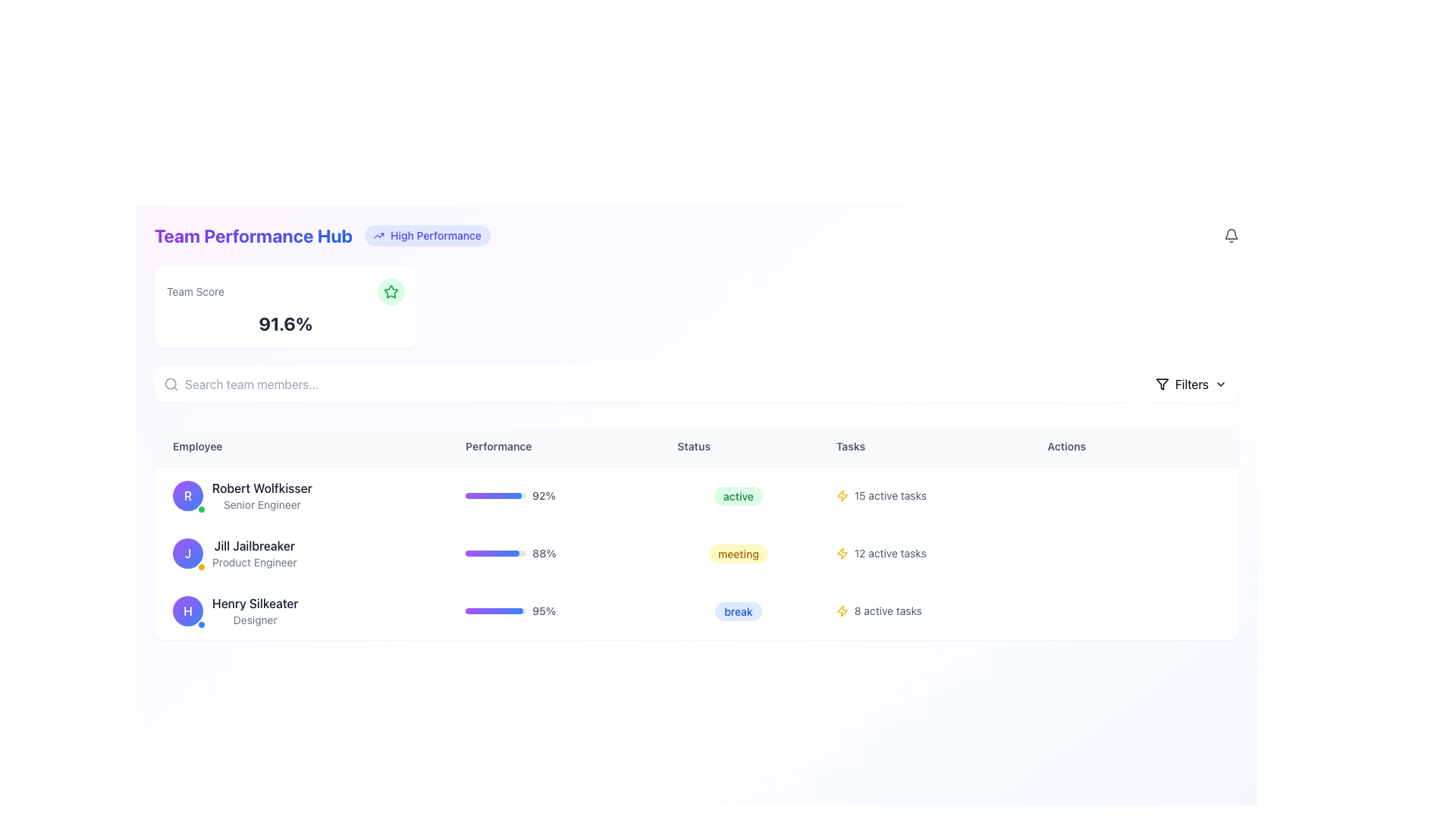  What do you see at coordinates (695, 553) in the screenshot?
I see `the second table row element in the team performance monitoring table, which displays structured data related to an individual's performance and task status` at bounding box center [695, 553].